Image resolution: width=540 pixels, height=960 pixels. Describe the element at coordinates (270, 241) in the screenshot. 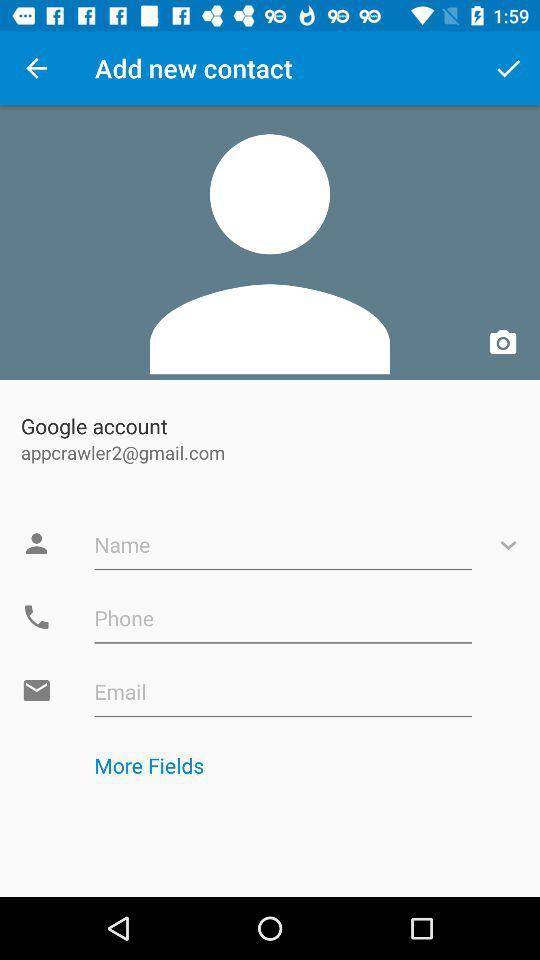

I see `the item above the google account app` at that location.